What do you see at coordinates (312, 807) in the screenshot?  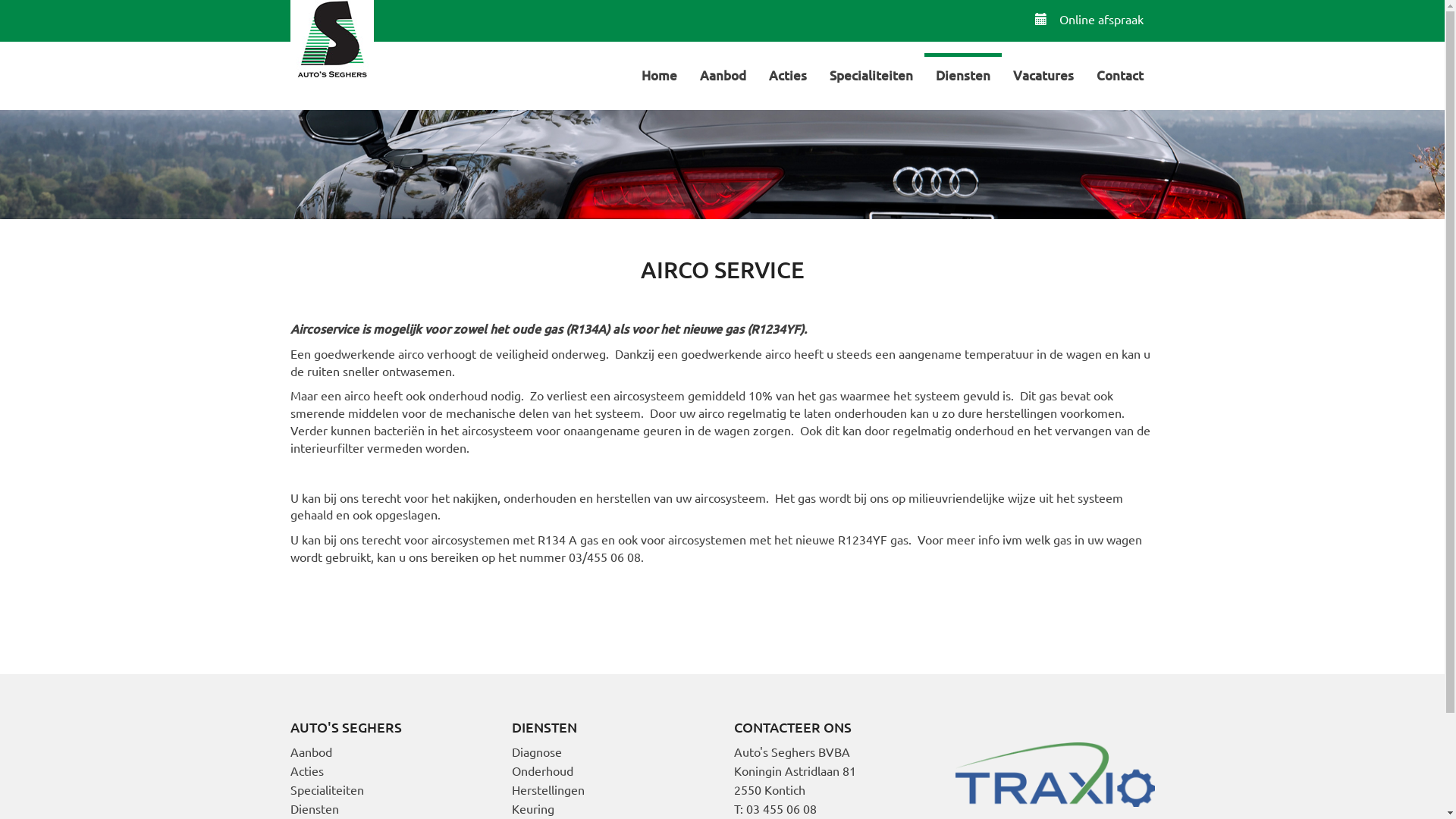 I see `'Diensten'` at bounding box center [312, 807].